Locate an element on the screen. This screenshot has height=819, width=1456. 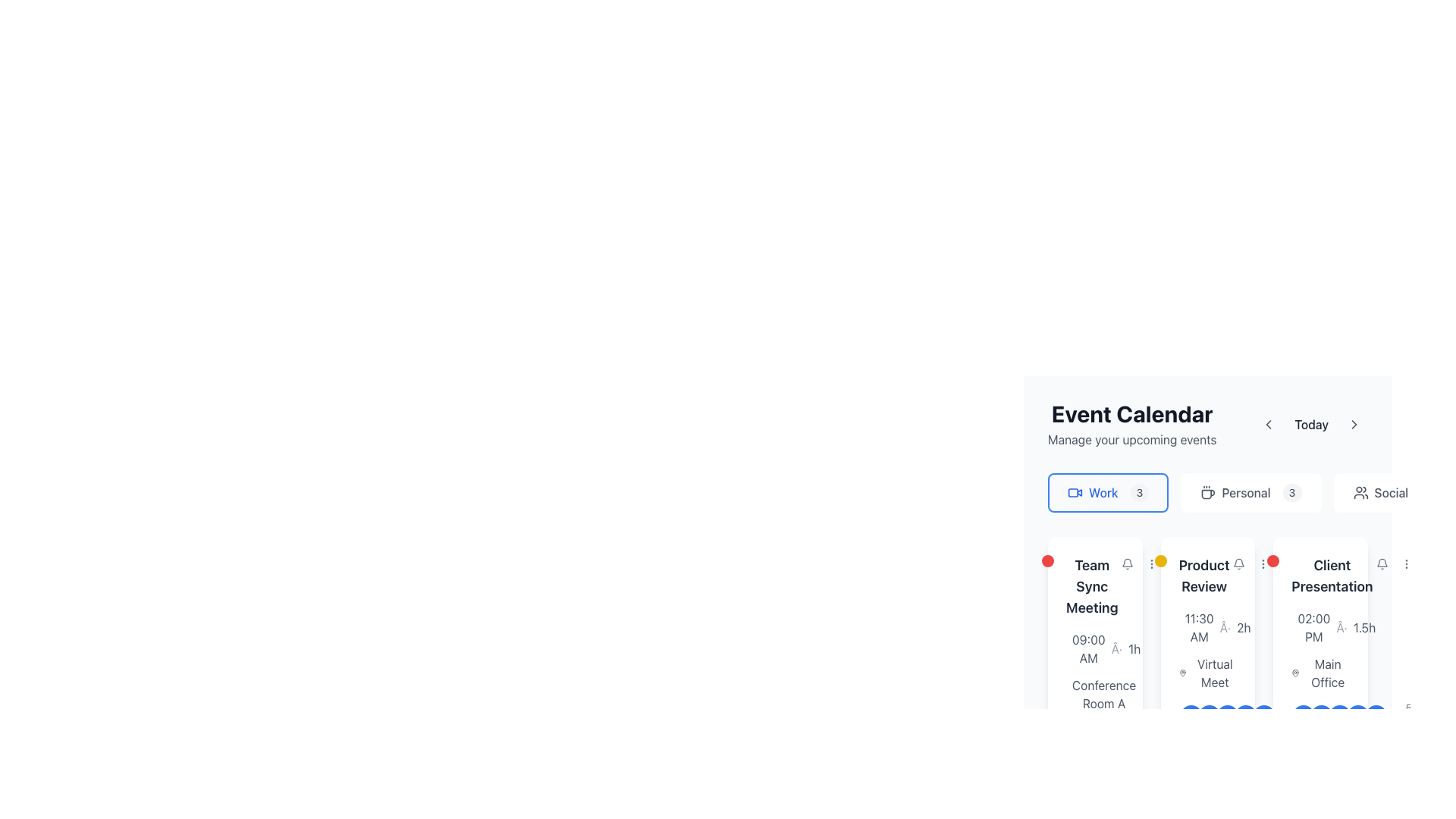
the central white circle outlined in black within the clock icon on the 'Product Review' event card is located at coordinates (1187, 631).